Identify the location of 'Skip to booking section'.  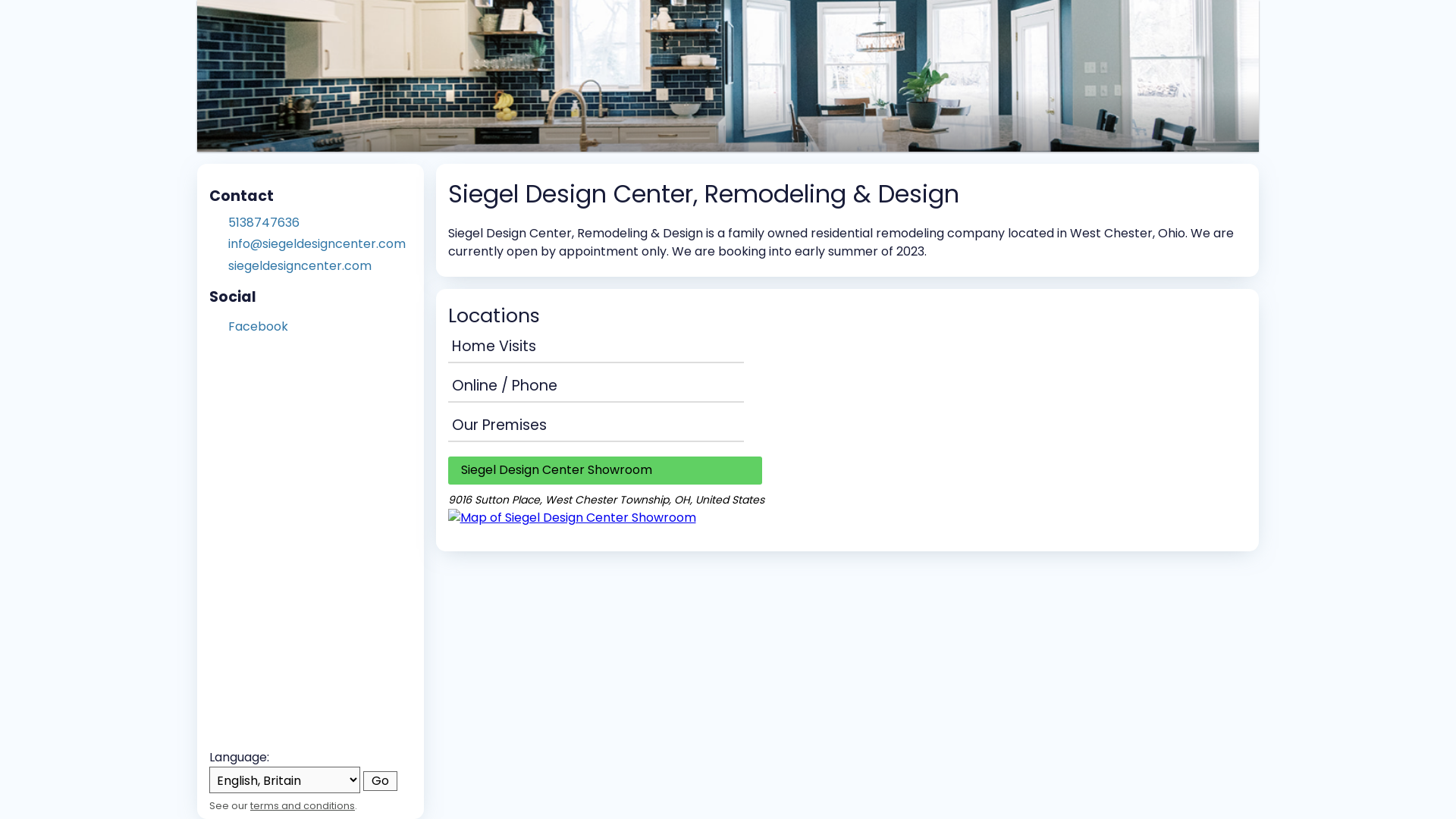
(292, 23).